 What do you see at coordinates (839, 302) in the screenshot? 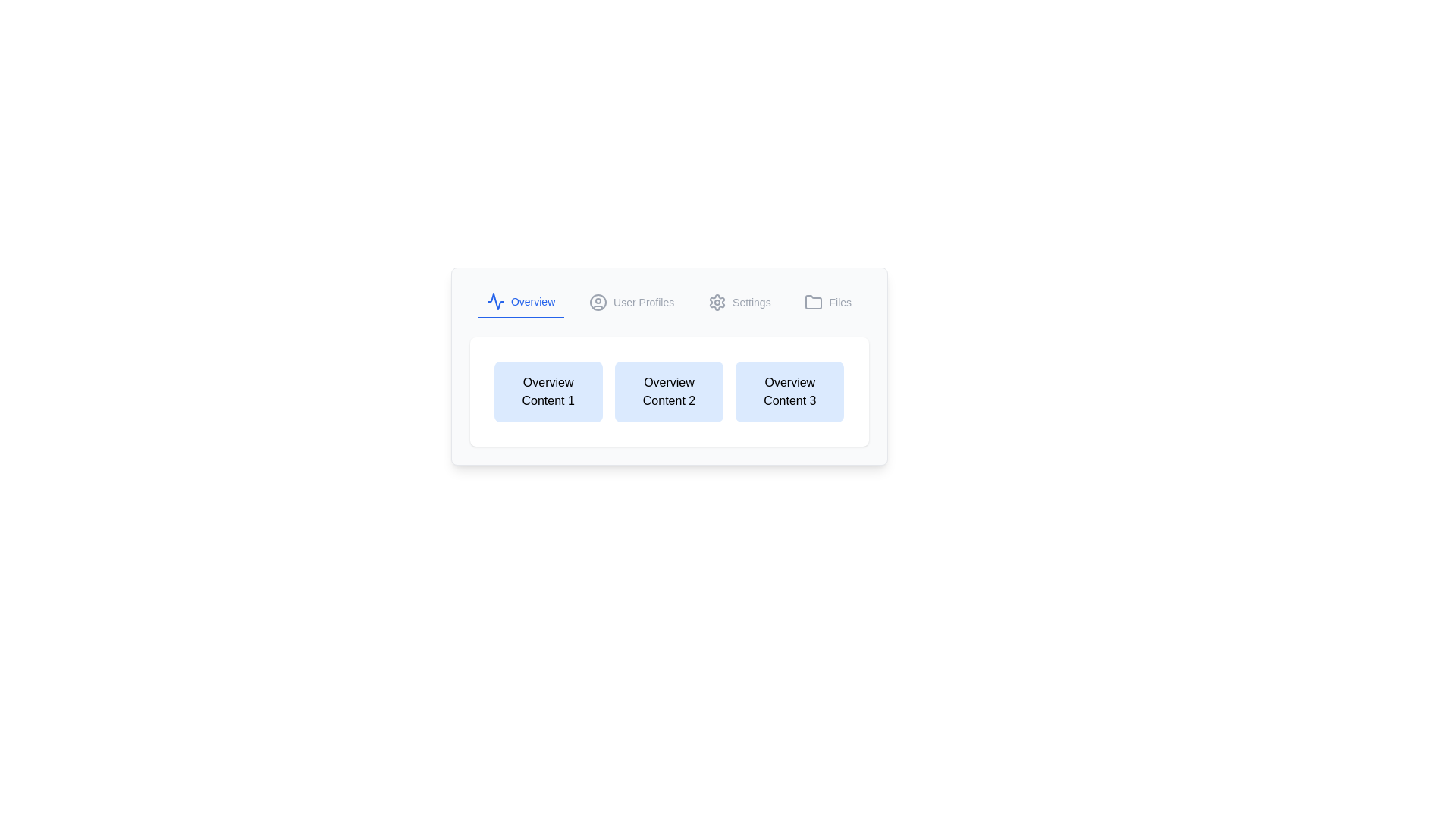
I see `the 'Files' text label in the horizontal navigation menu` at bounding box center [839, 302].